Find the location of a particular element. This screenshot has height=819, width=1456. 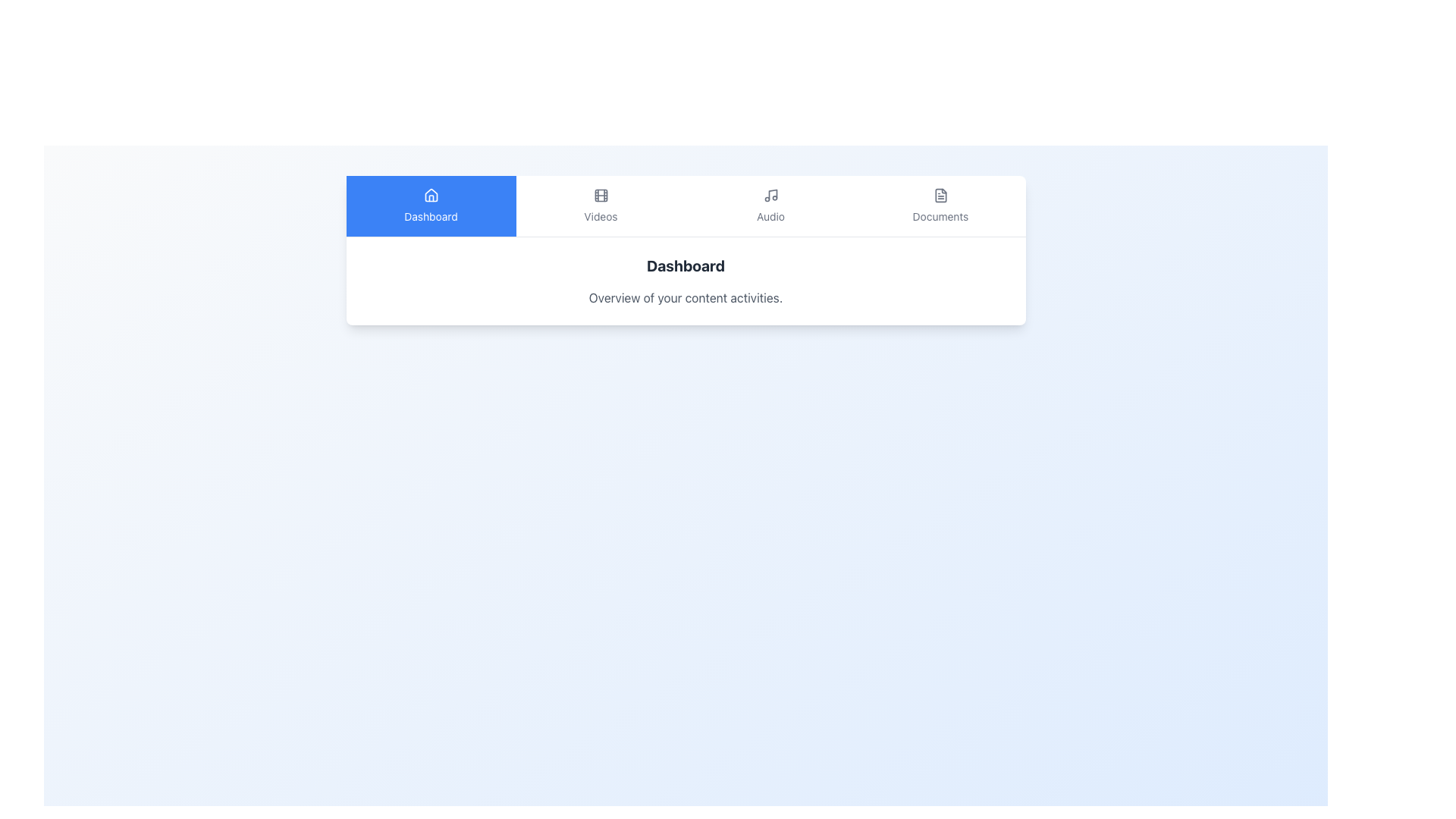

the 'Dashboard' button, which features a house icon above the label and is styled with a blue background and white text, located in the upper section of the interface as part of a navigation menu is located at coordinates (430, 206).